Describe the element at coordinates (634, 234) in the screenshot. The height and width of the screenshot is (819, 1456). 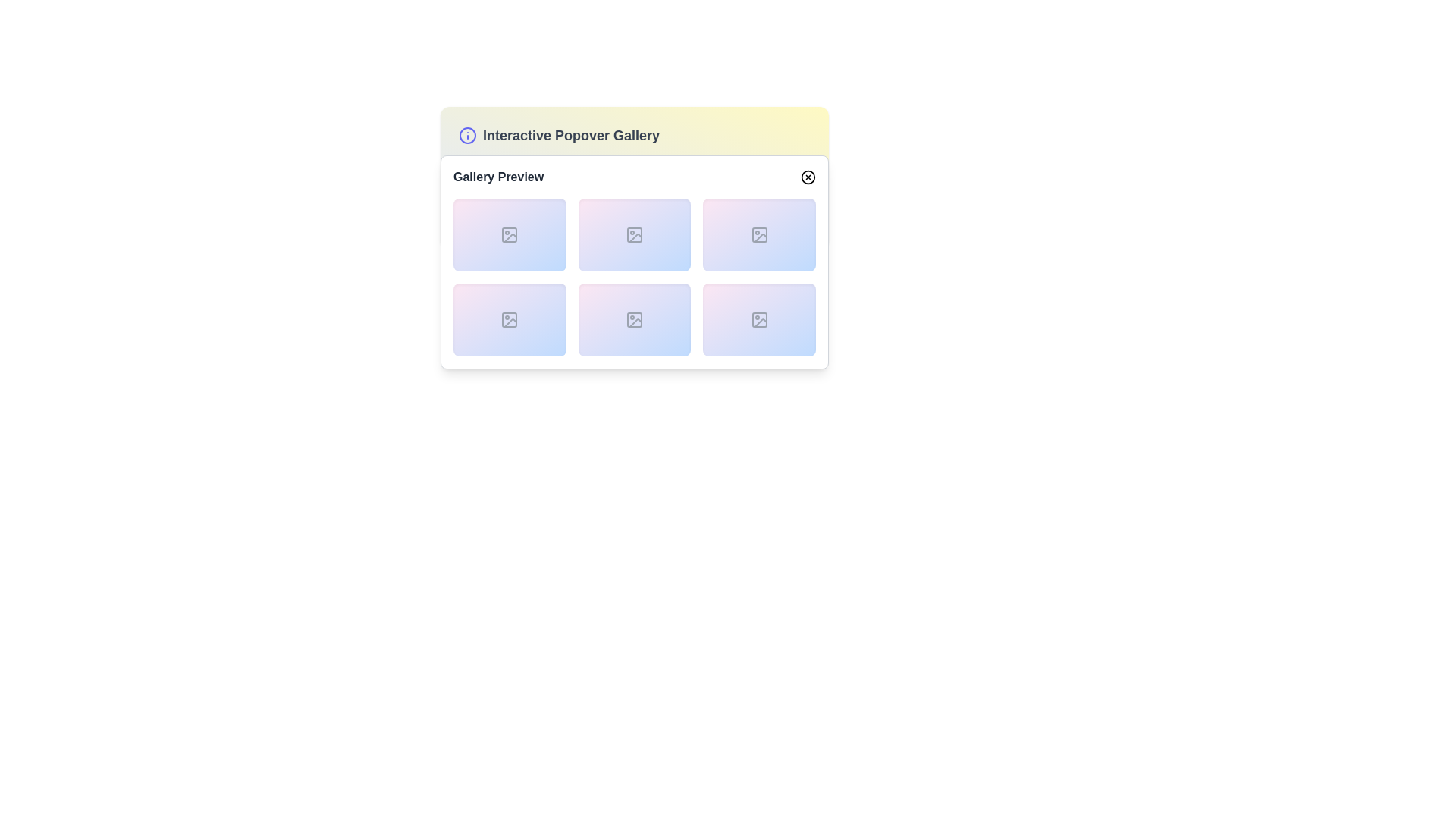
I see `the image placeholder icon located in the first row, second column of the gallery interface` at that location.